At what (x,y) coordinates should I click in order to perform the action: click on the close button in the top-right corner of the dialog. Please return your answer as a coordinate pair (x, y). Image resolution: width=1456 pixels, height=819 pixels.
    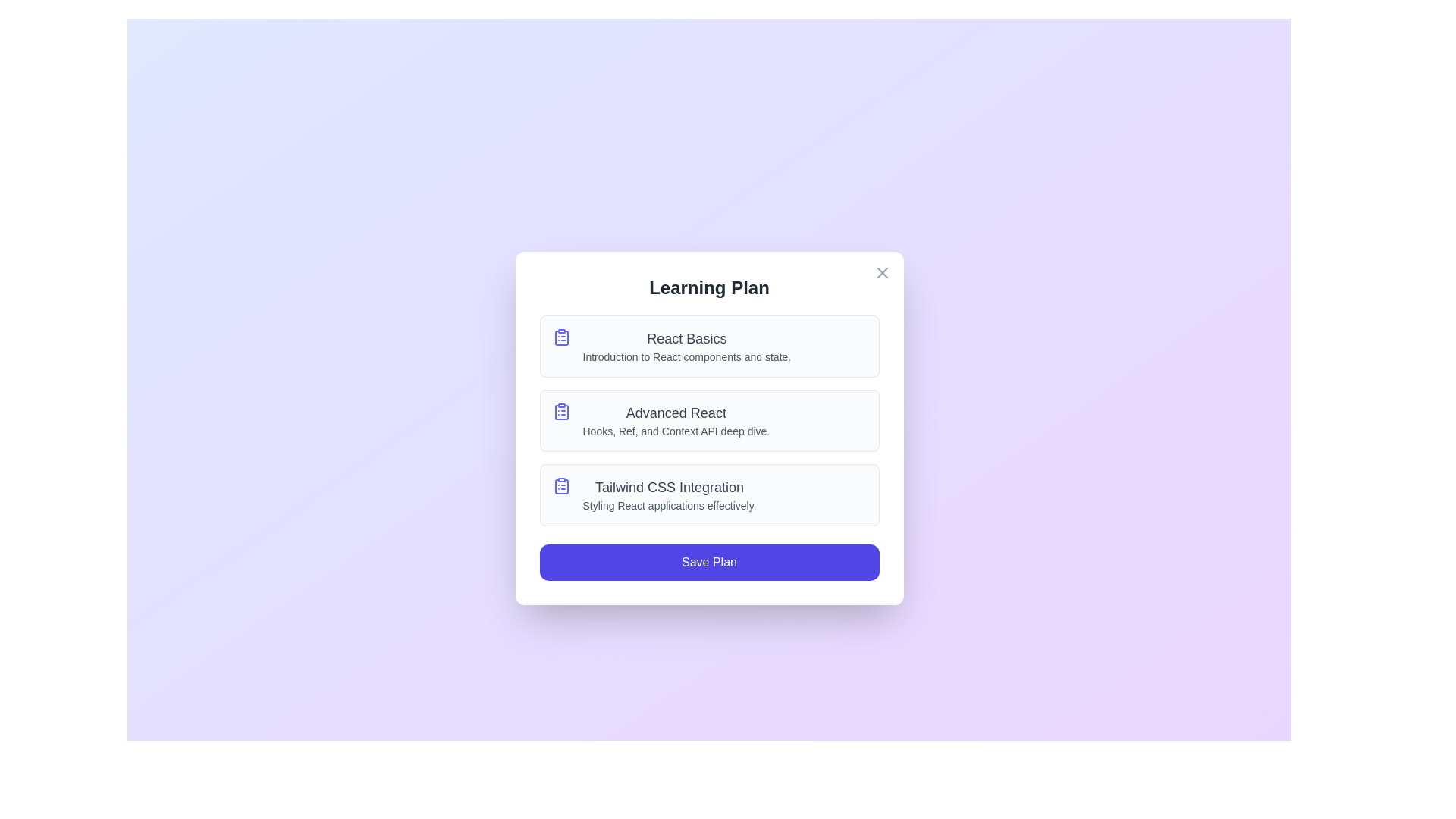
    Looking at the image, I should click on (882, 271).